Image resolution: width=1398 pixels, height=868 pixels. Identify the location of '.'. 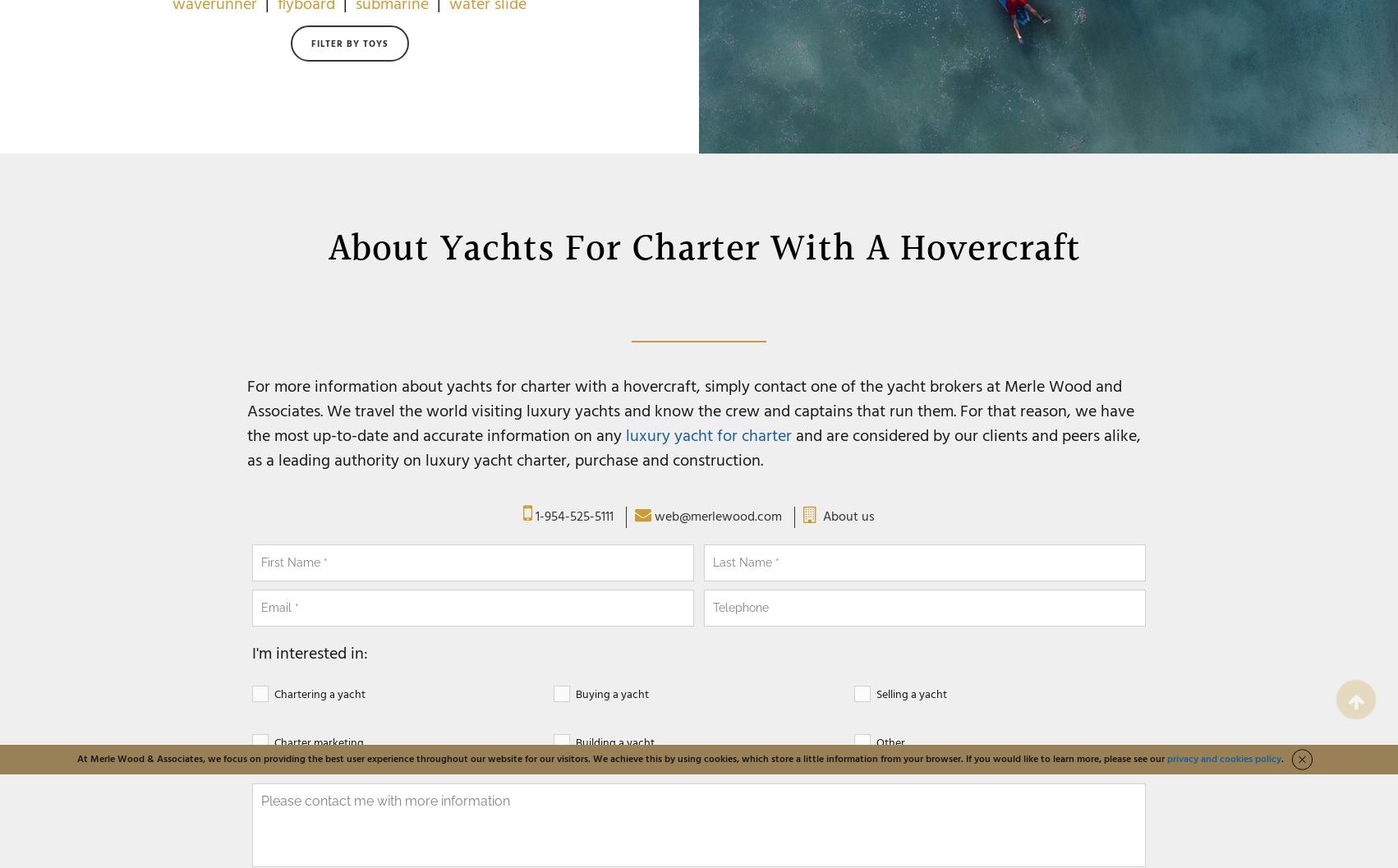
(1281, 759).